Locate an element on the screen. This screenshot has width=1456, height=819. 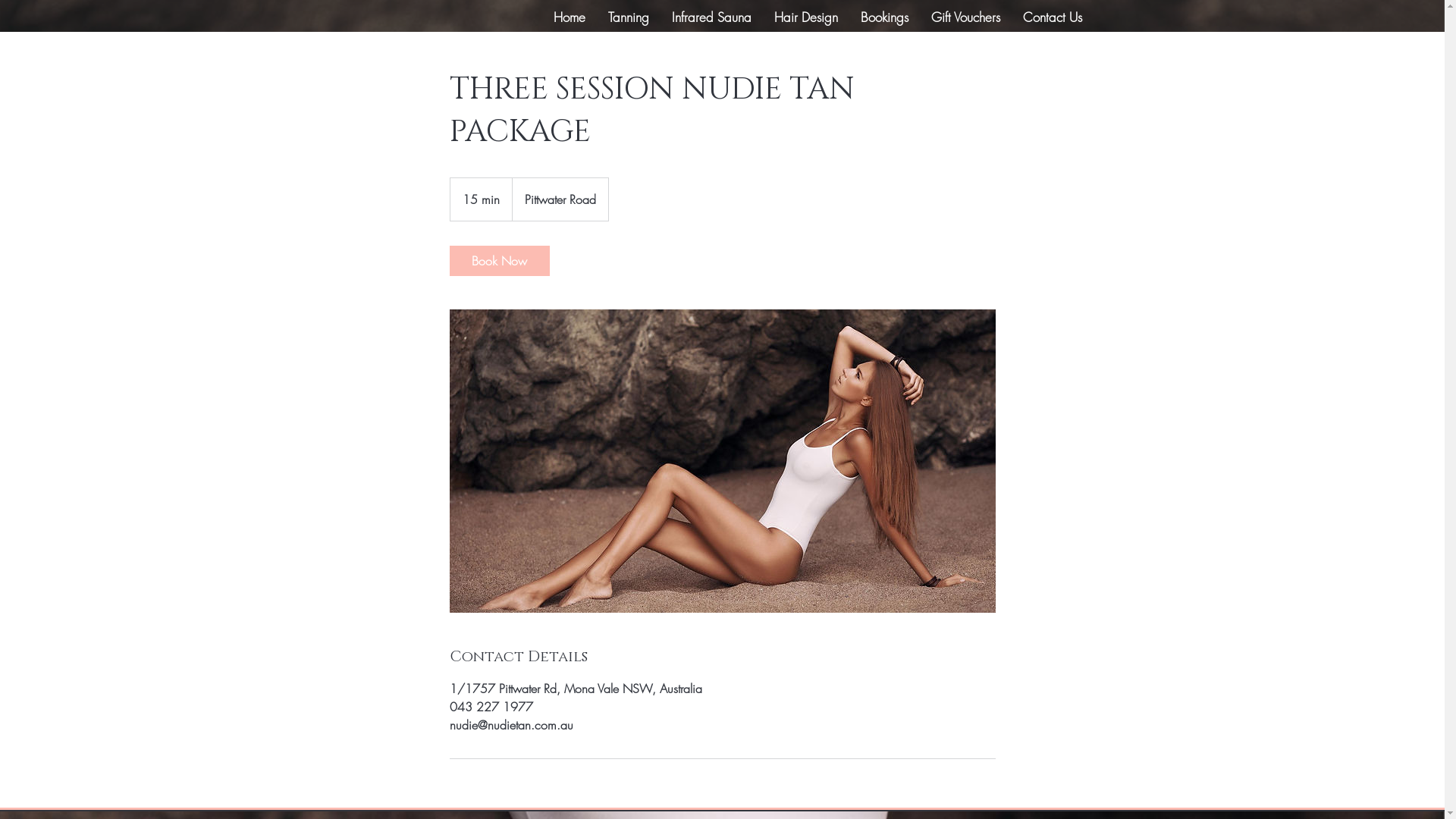
'Home' is located at coordinates (567, 17).